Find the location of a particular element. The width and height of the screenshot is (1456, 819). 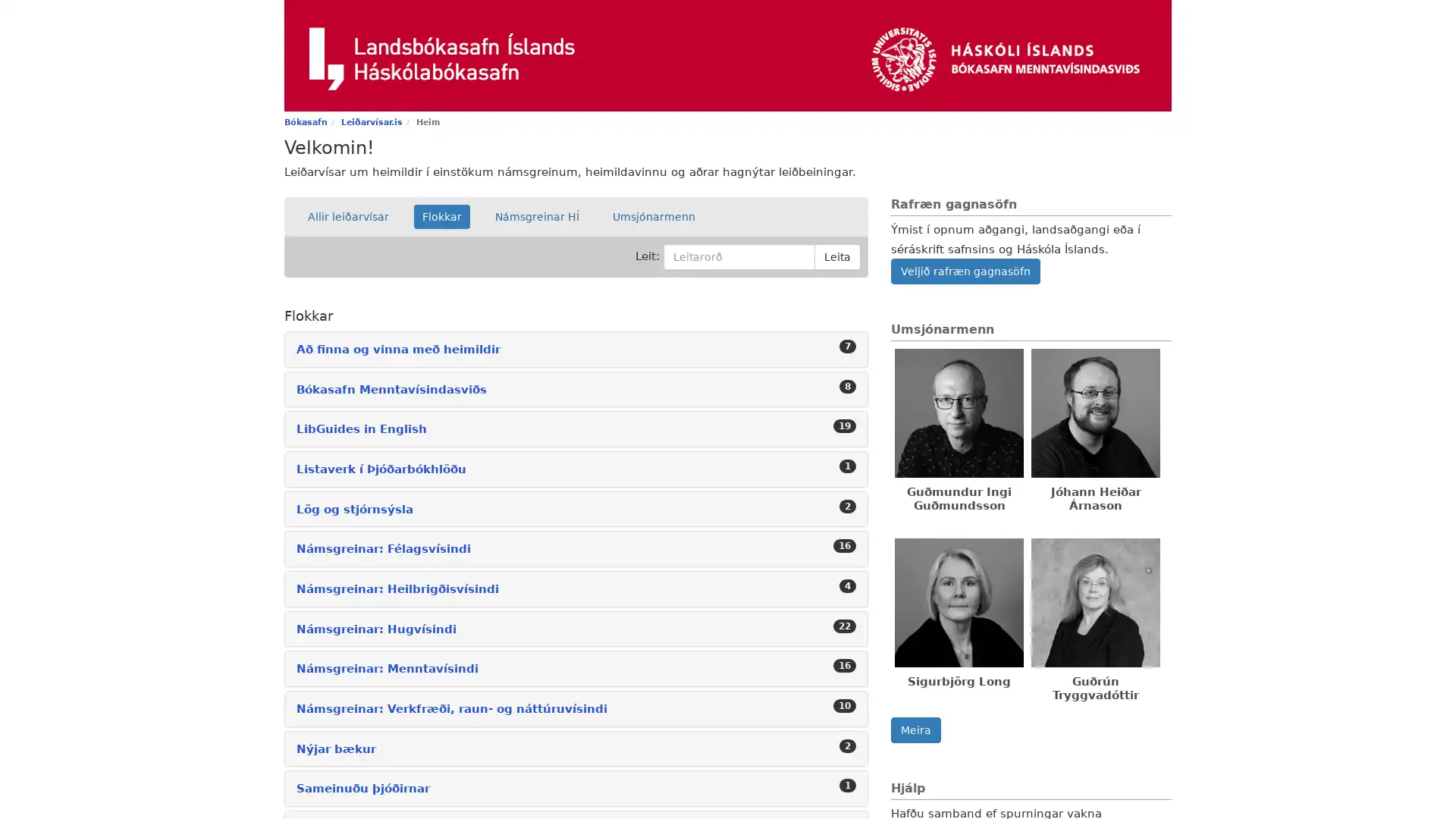

Allir leiarvisar is located at coordinates (347, 216).